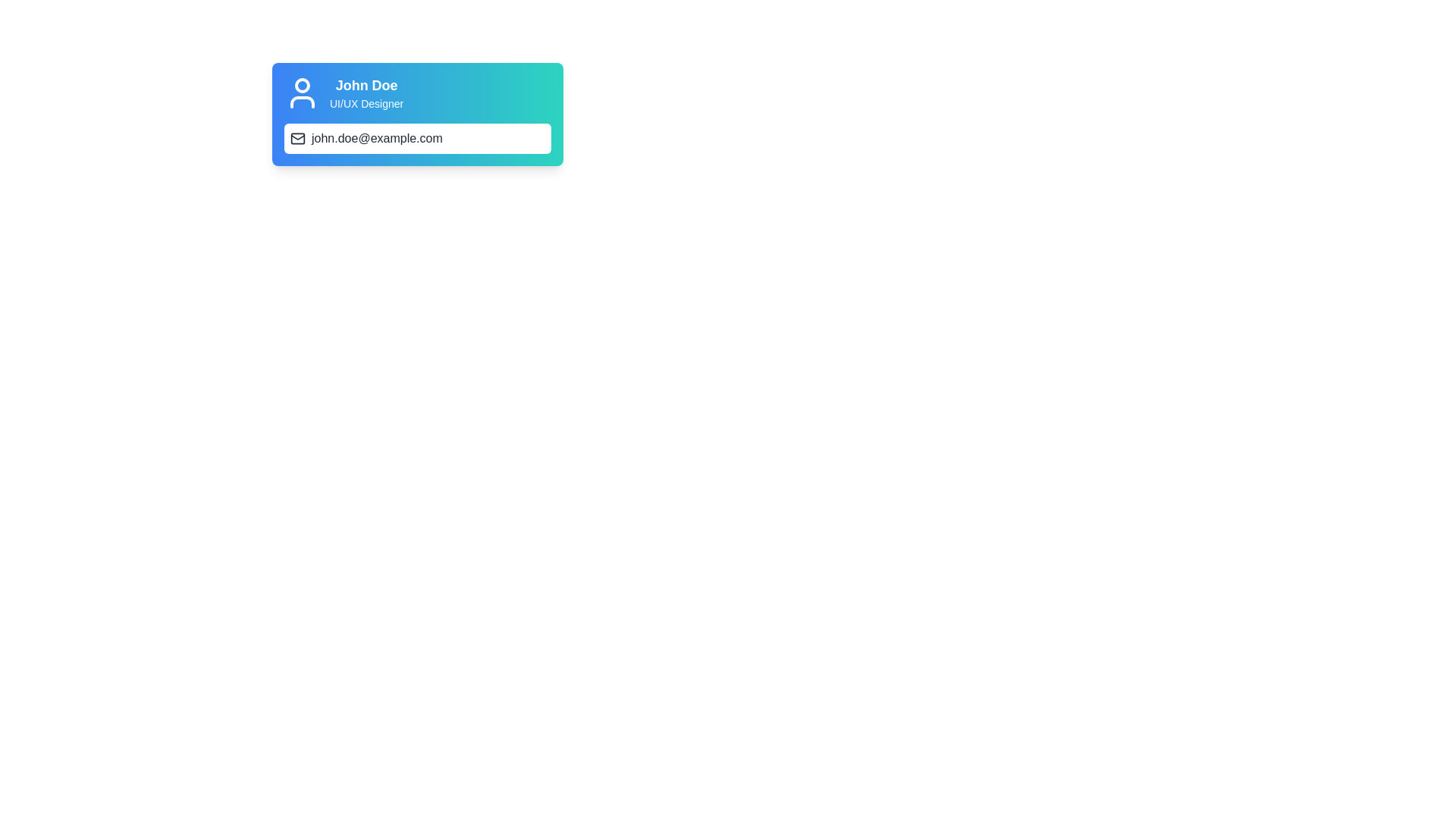  I want to click on the composite text label displaying the user's name and professional title, located to the right of the user silhouette icon in the top-left quadrant of the interface, so click(366, 93).